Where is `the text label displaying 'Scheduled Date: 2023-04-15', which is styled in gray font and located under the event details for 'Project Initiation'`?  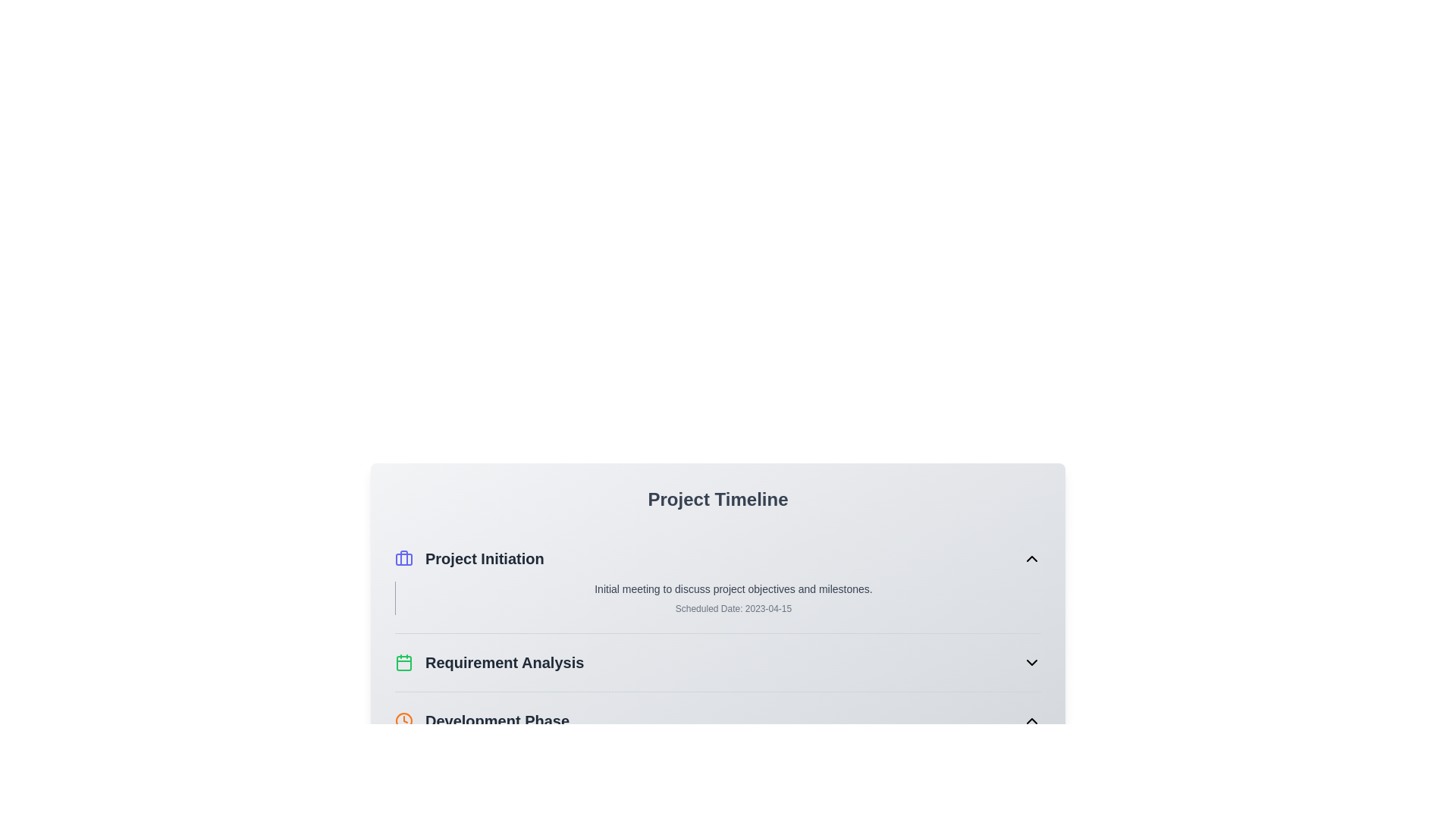 the text label displaying 'Scheduled Date: 2023-04-15', which is styled in gray font and located under the event details for 'Project Initiation' is located at coordinates (733, 607).